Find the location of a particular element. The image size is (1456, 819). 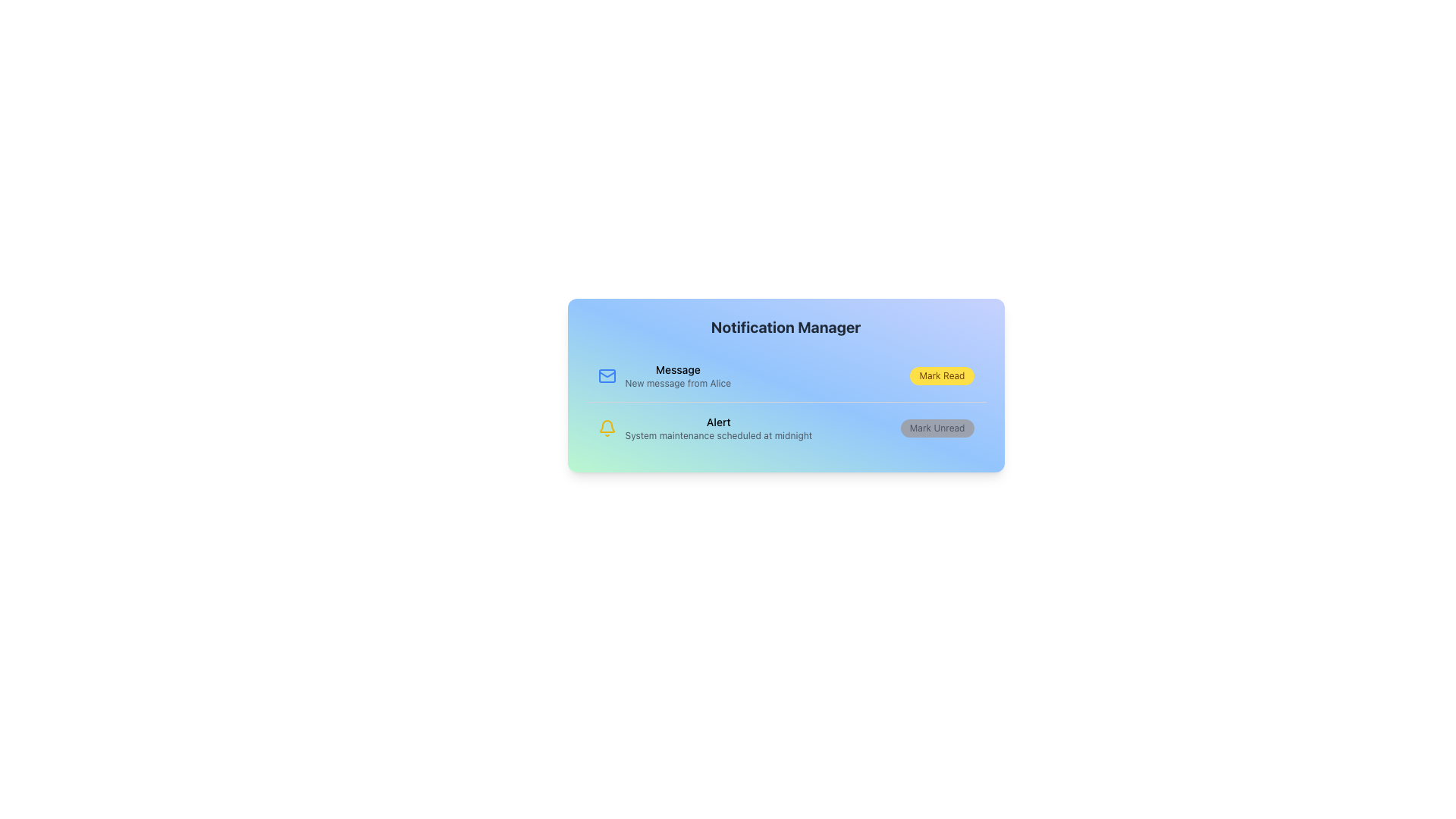

the Notification panel that displays a scheduled system maintenance alert, located in the bottom-left quadrant of the notification manager interface is located at coordinates (704, 428).